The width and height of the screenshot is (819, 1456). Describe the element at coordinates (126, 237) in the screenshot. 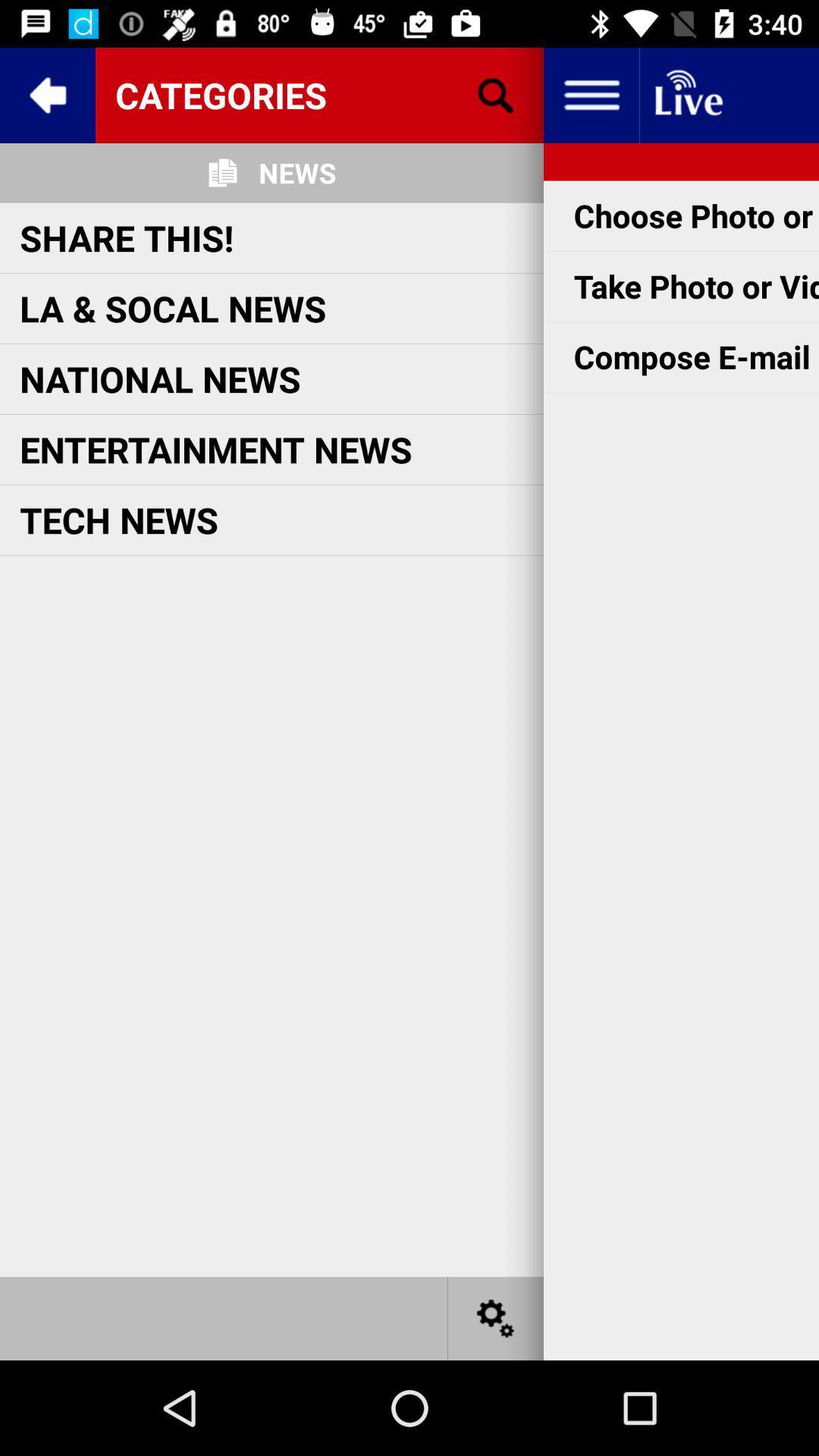

I see `icon below the news` at that location.